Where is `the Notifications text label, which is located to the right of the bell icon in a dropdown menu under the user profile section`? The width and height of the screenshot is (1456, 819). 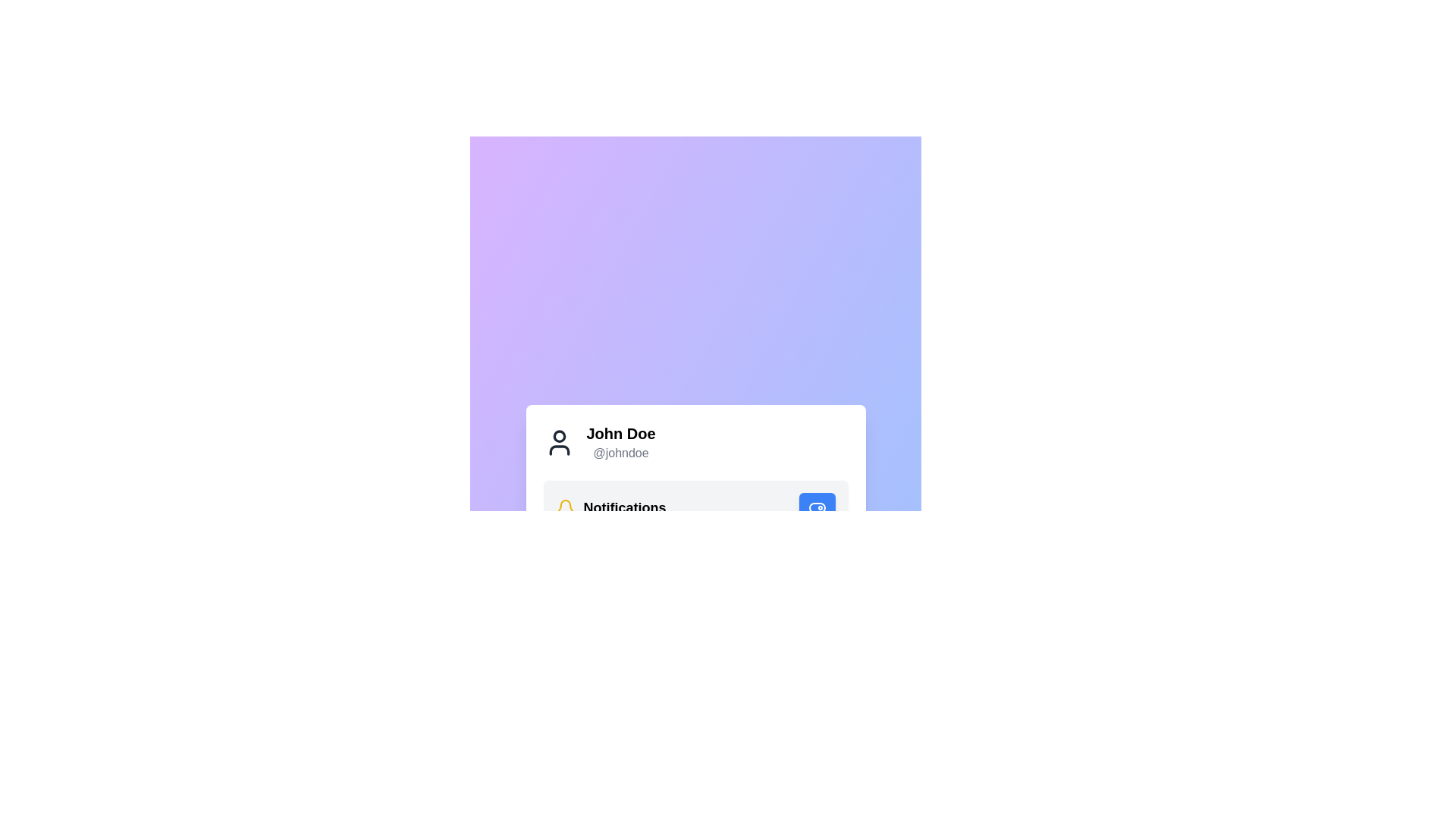 the Notifications text label, which is located to the right of the bell icon in a dropdown menu under the user profile section is located at coordinates (625, 508).